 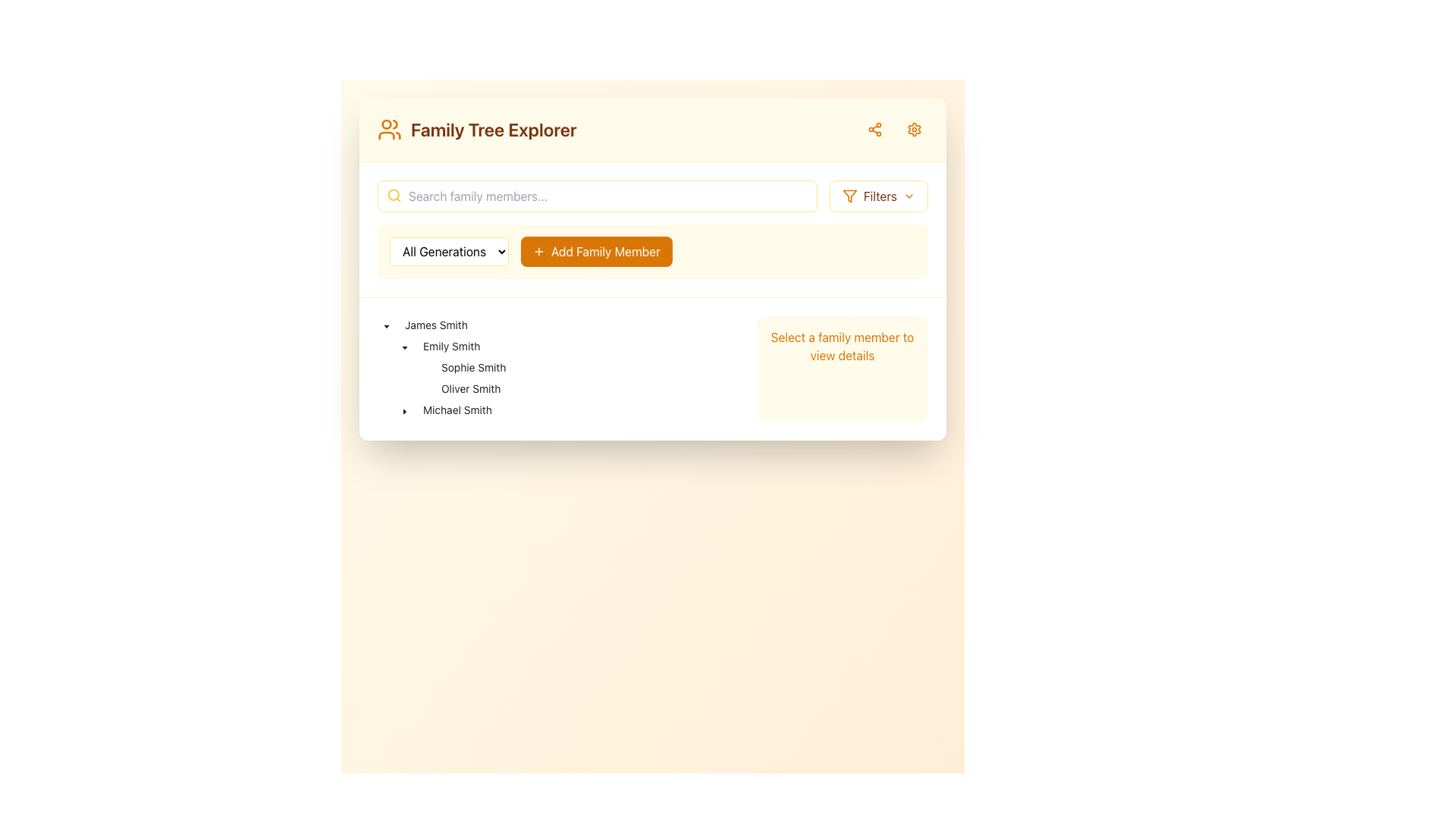 What do you see at coordinates (431, 346) in the screenshot?
I see `the caret of the tree item labeled 'Emily Smith'` at bounding box center [431, 346].